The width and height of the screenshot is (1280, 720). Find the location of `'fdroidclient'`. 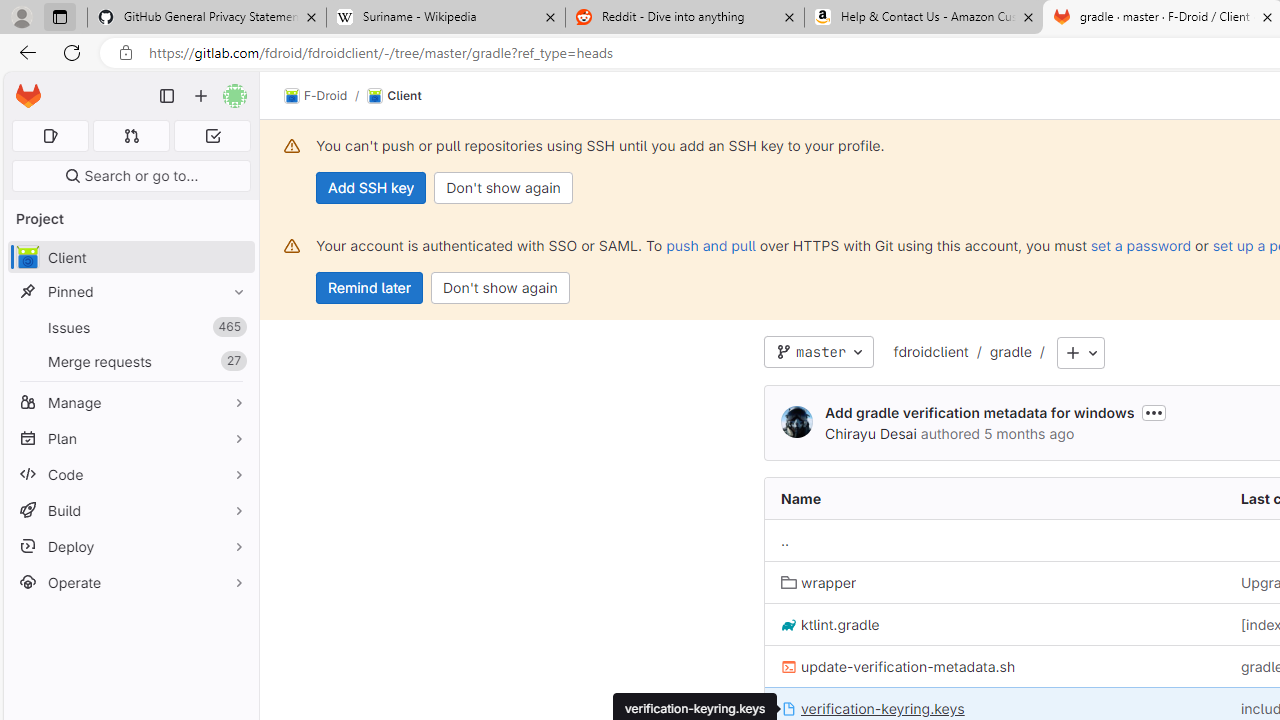

'fdroidclient' is located at coordinates (930, 352).